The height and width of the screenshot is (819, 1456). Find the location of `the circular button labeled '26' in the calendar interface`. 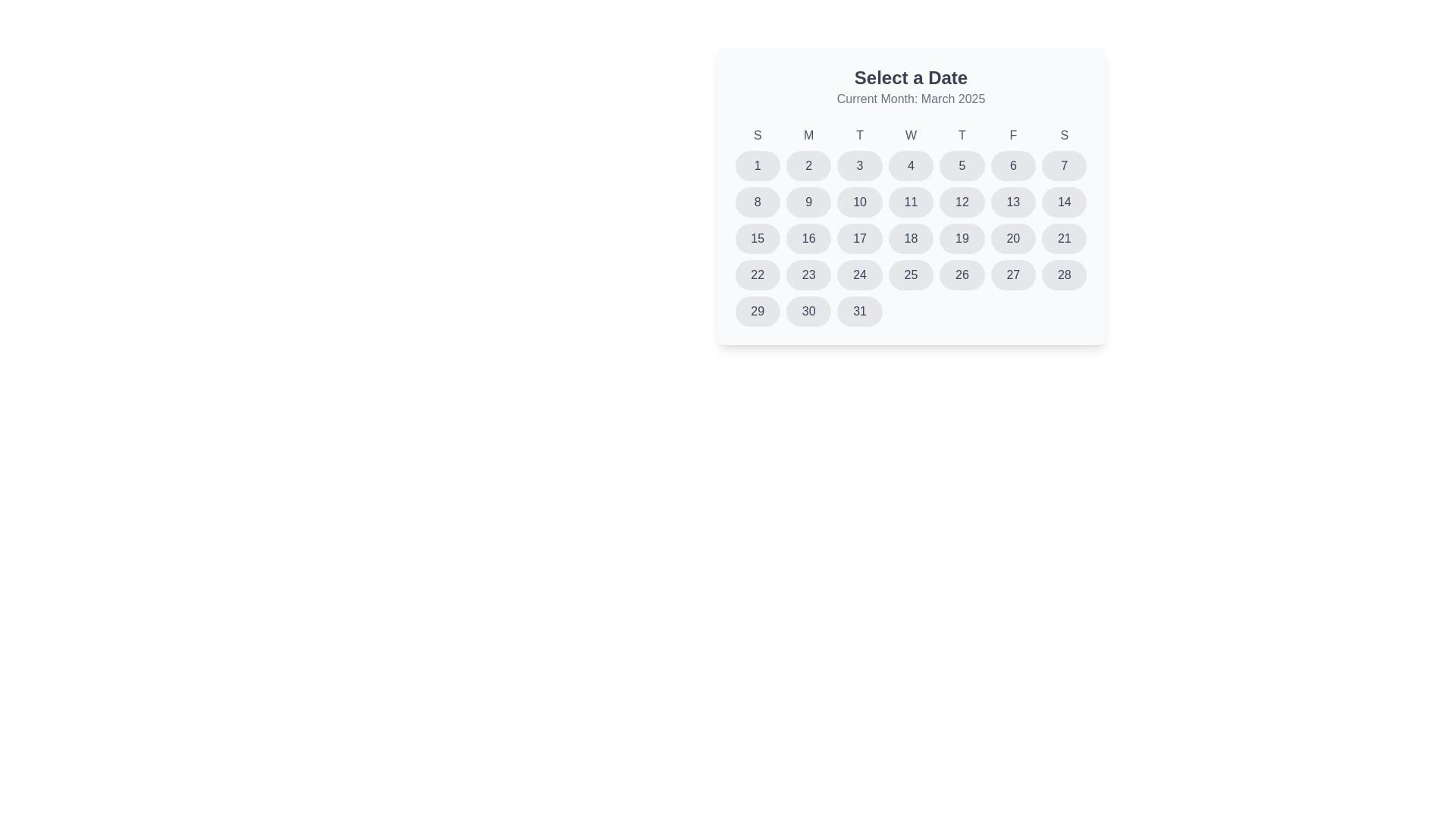

the circular button labeled '26' in the calendar interface is located at coordinates (961, 275).